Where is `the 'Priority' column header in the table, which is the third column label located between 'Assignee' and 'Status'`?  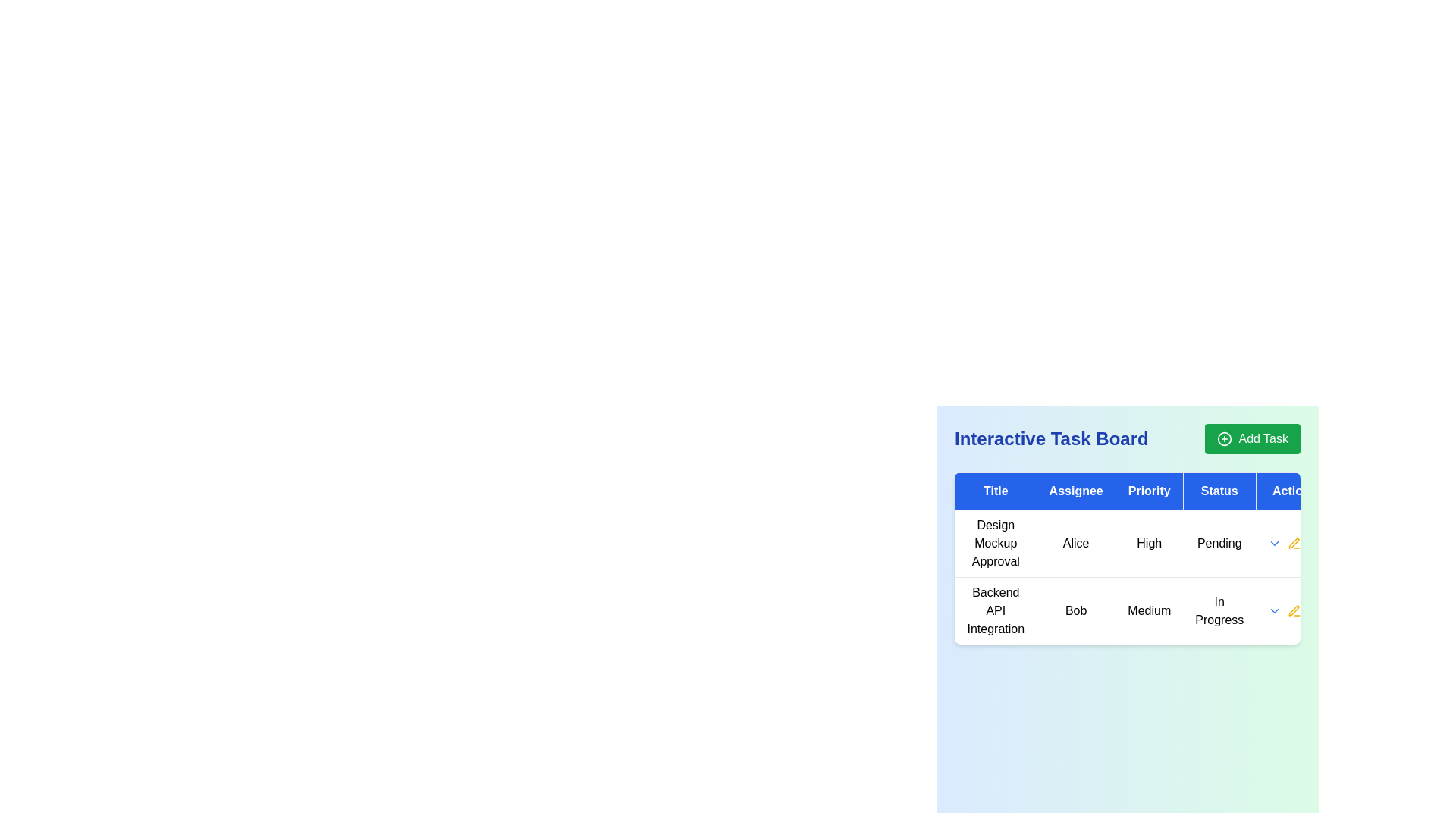
the 'Priority' column header in the table, which is the third column label located between 'Assignee' and 'Status' is located at coordinates (1149, 491).